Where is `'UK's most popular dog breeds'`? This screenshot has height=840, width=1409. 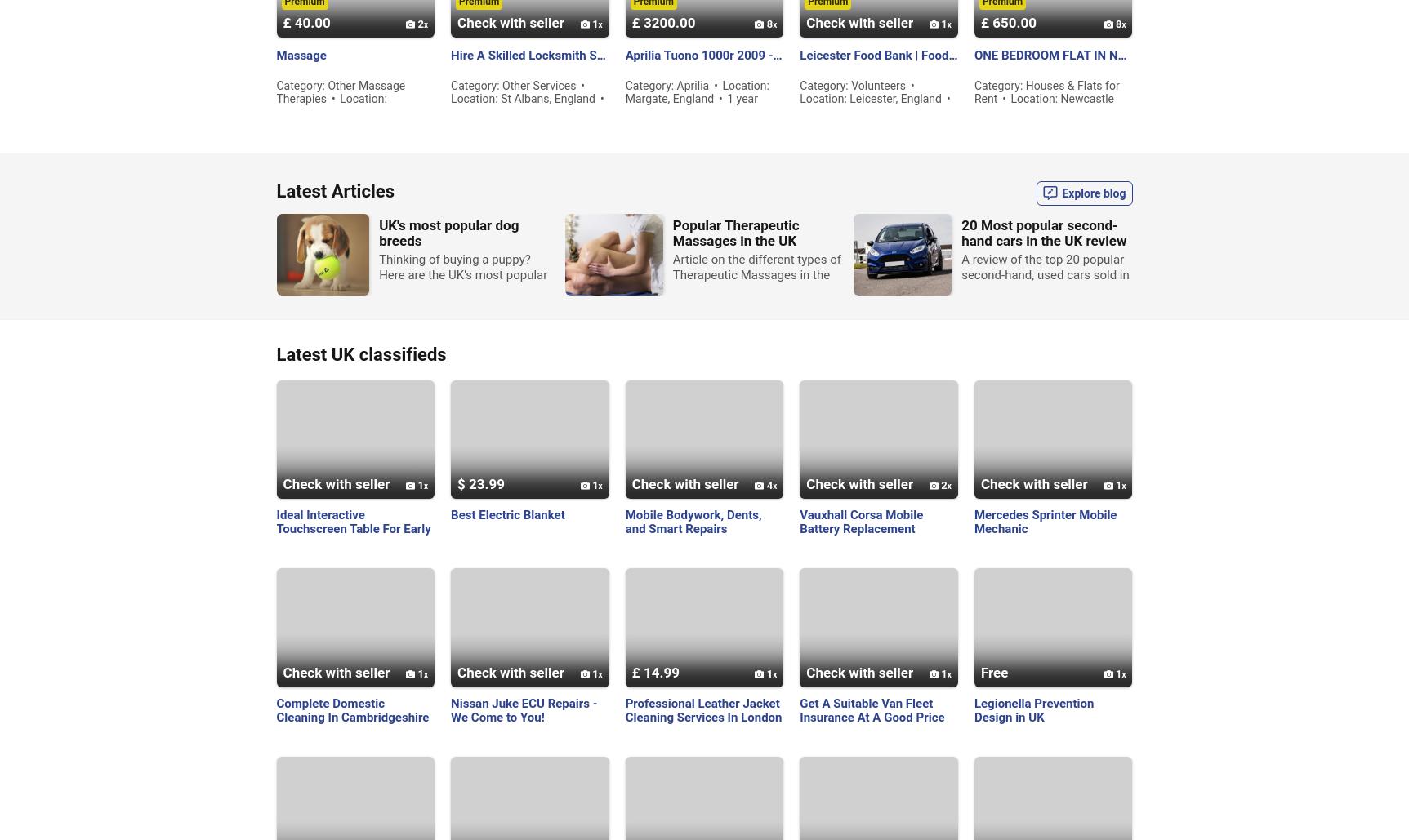 'UK's most popular dog breeds' is located at coordinates (448, 230).